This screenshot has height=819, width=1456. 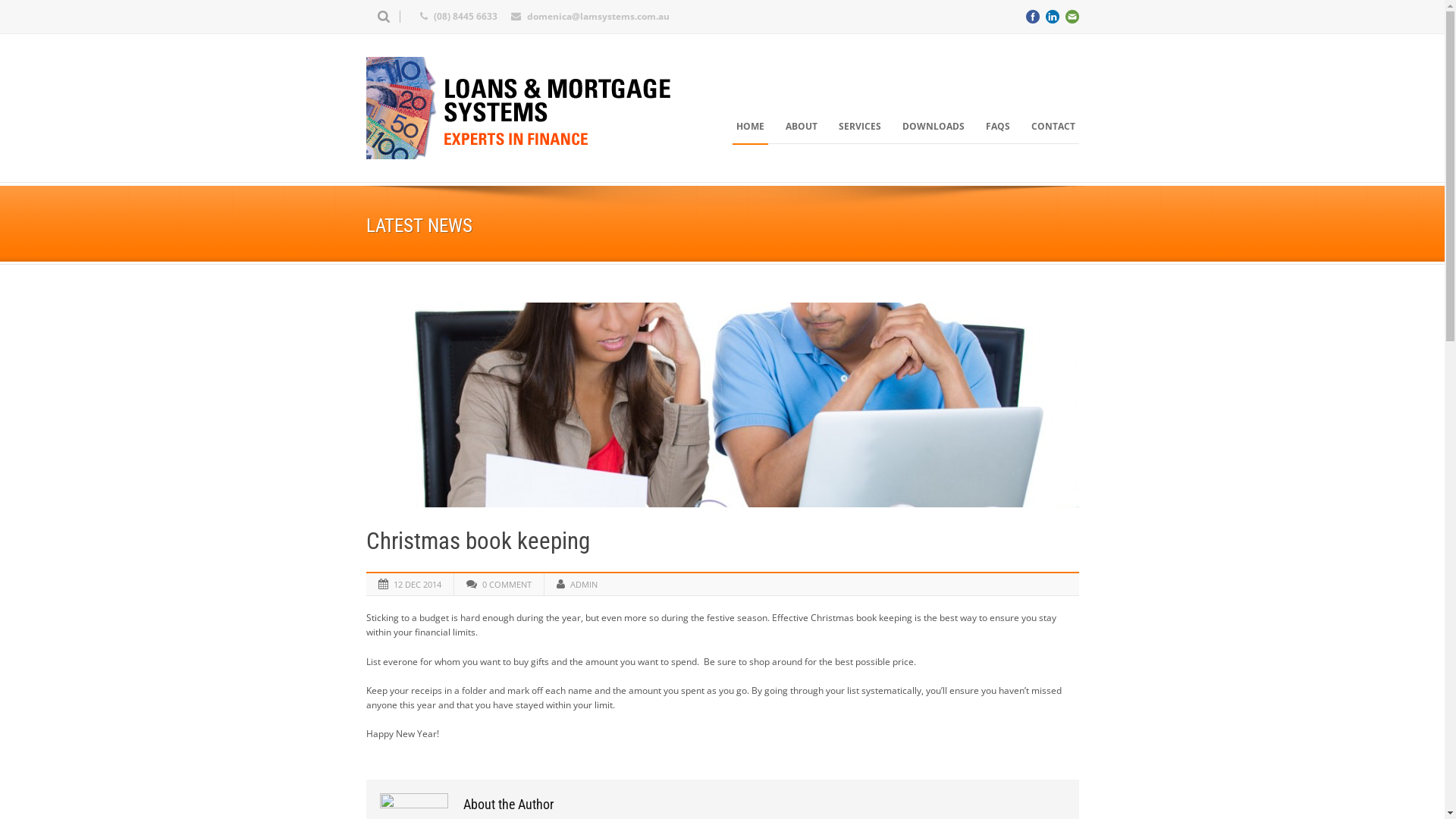 I want to click on 'DOWNLOADS', so click(x=898, y=125).